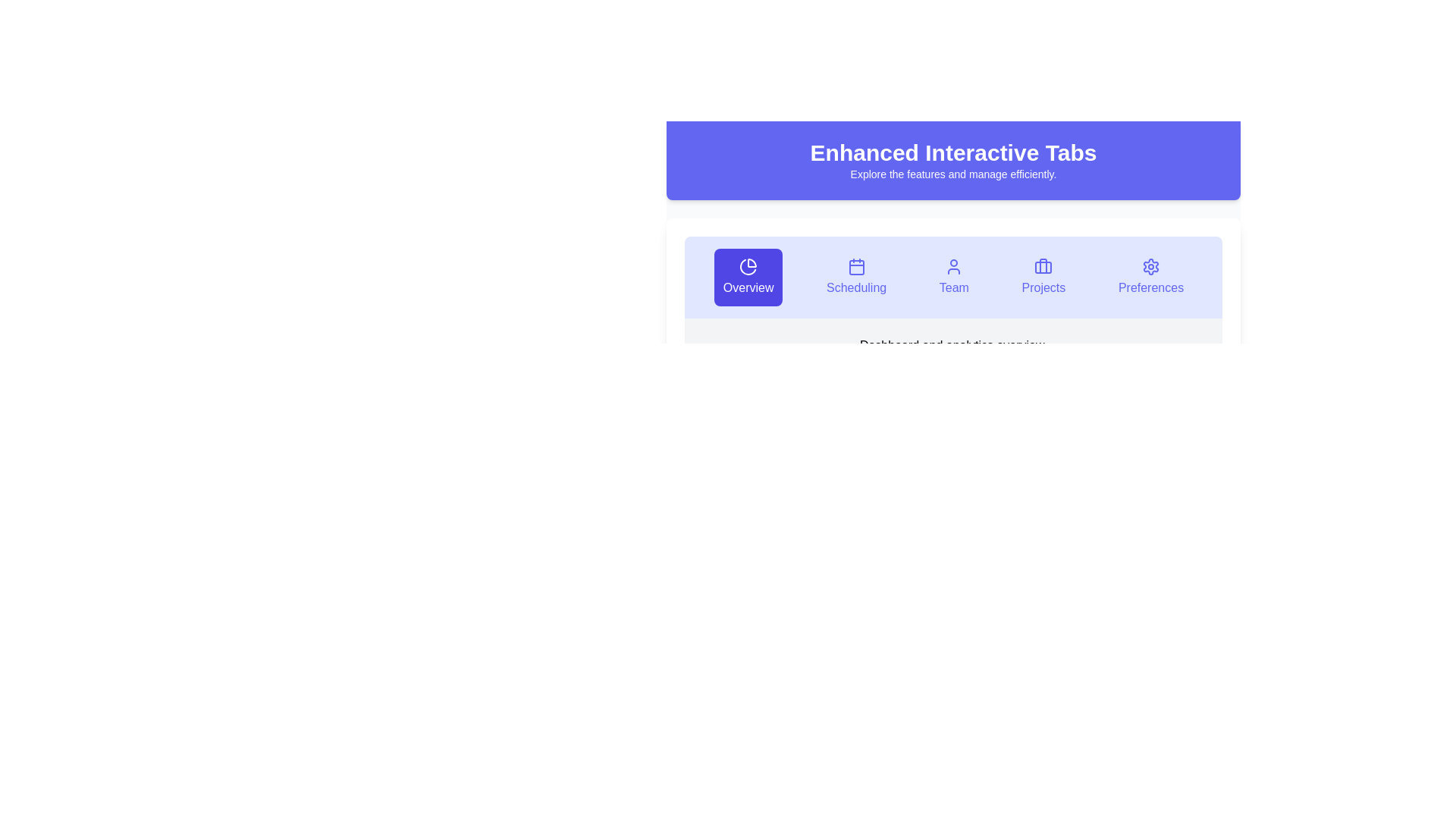 The height and width of the screenshot is (819, 1456). Describe the element at coordinates (1043, 288) in the screenshot. I see `the 'Projects' navigation tab label, which is located on the right section of the navigational interface, fourth from the left, under a briefcase icon` at that location.